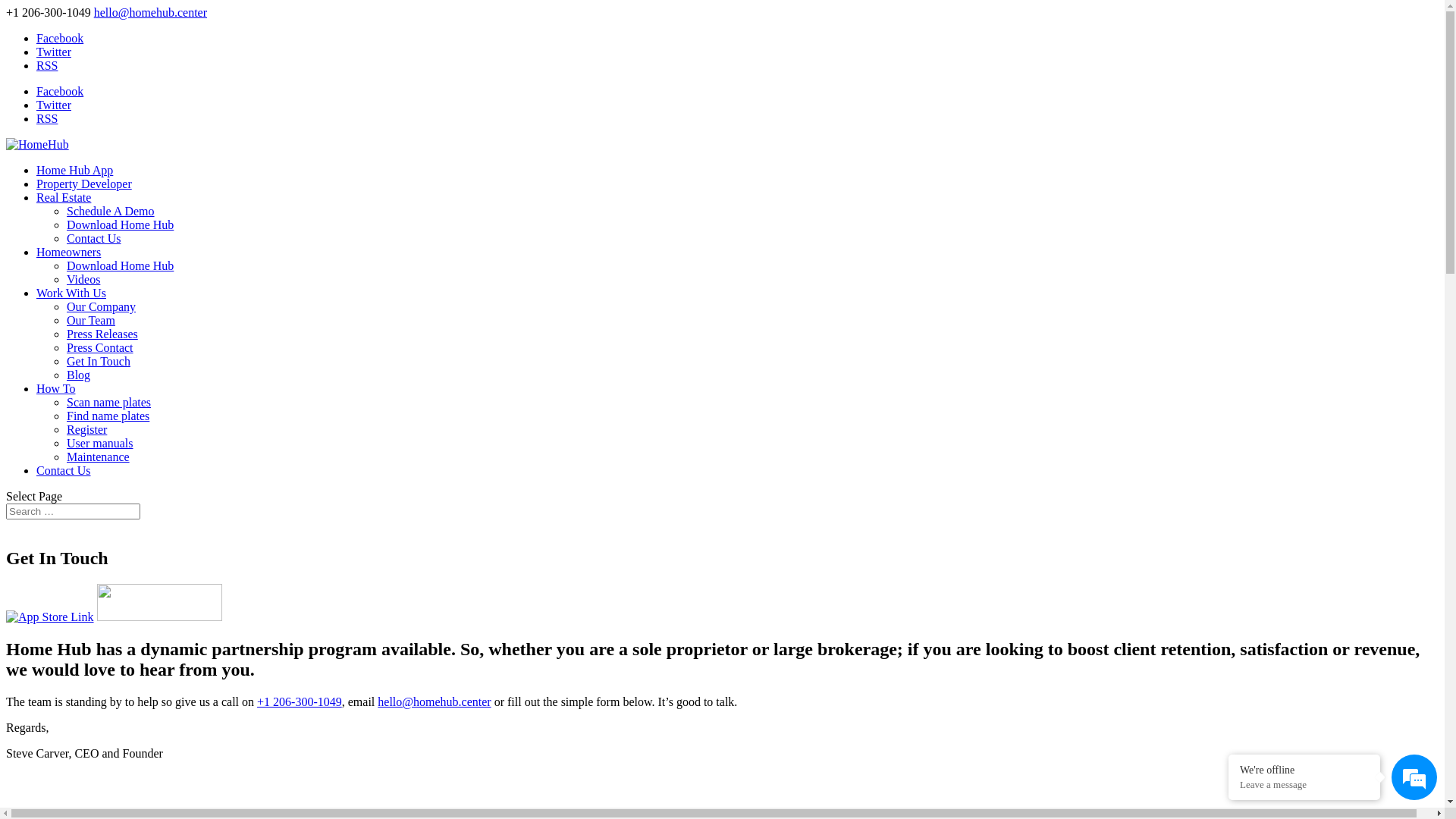 The width and height of the screenshot is (1456, 819). I want to click on 'User manuals', so click(99, 443).